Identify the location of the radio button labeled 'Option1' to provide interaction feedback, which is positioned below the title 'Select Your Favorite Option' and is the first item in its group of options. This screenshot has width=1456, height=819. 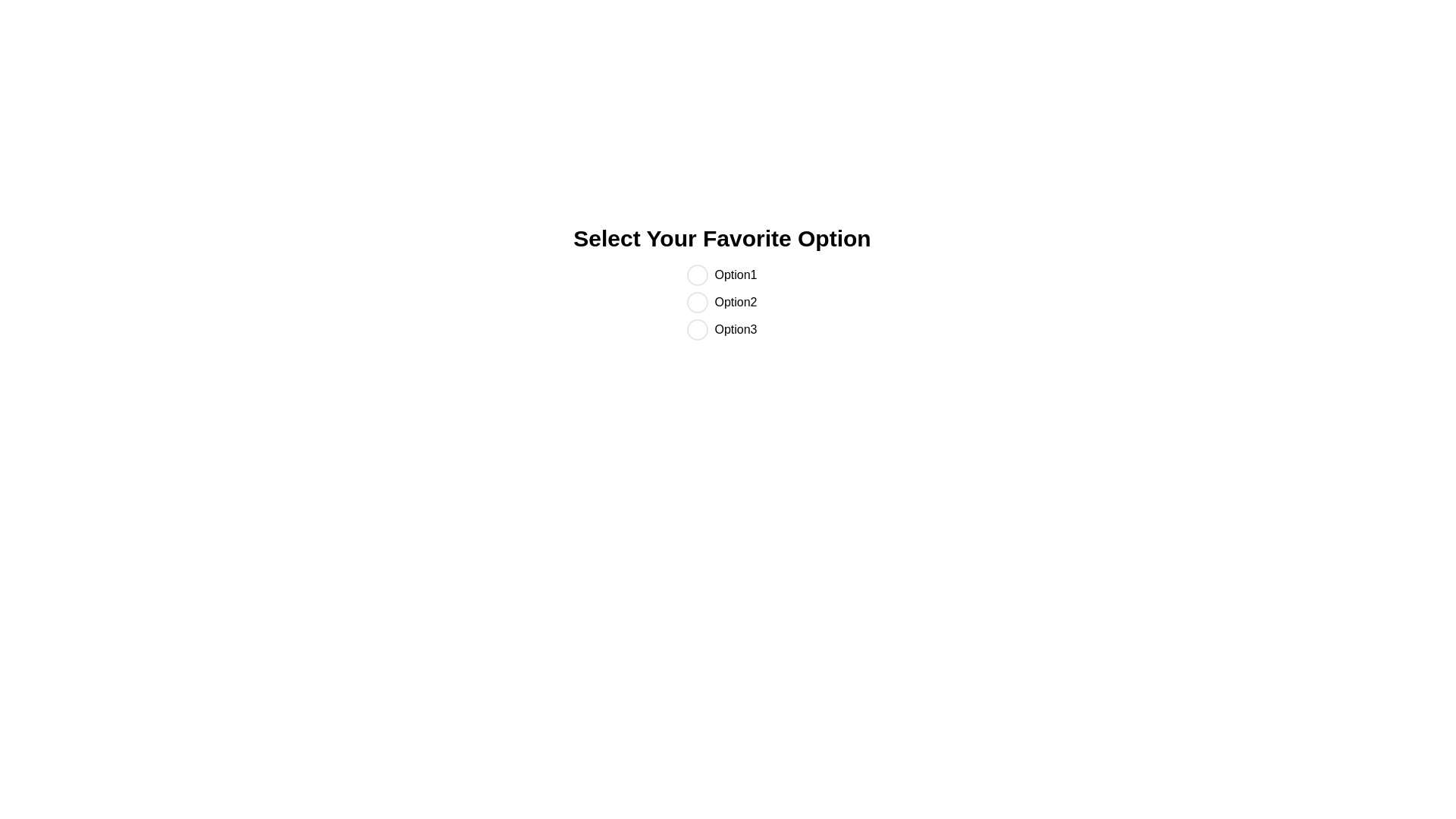
(721, 275).